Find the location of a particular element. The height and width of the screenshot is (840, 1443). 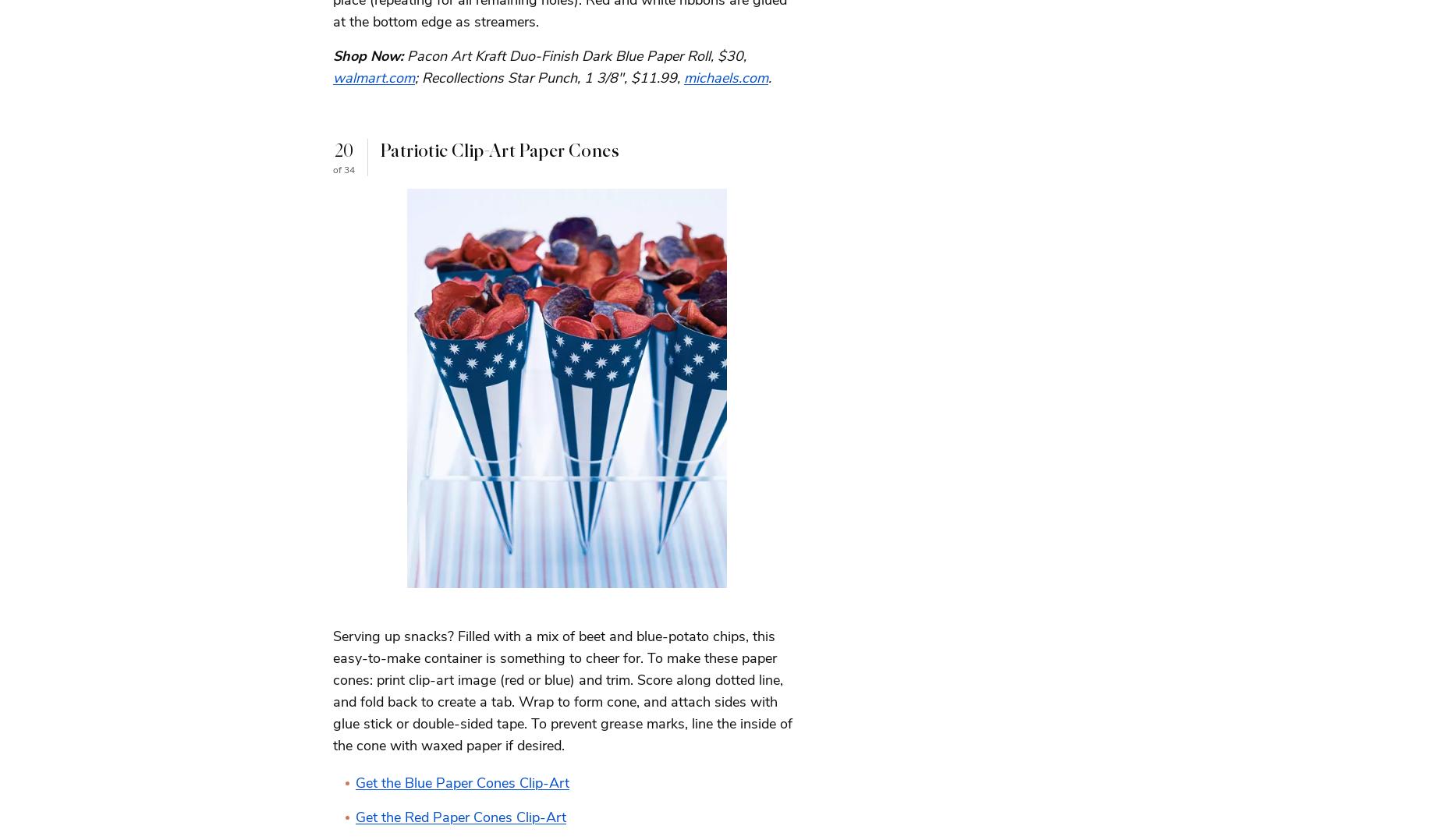

'of 34' is located at coordinates (331, 169).